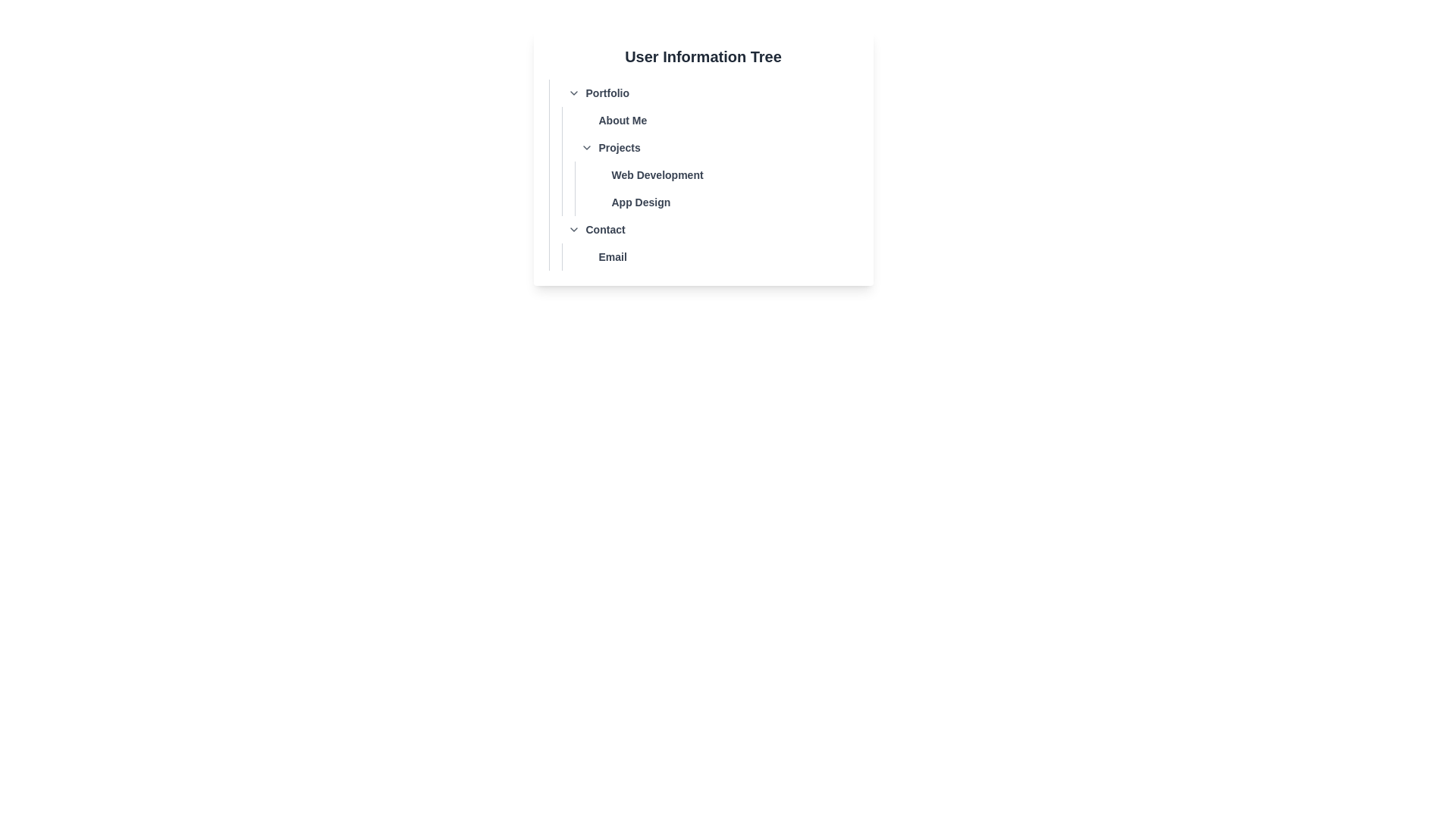 Image resolution: width=1456 pixels, height=819 pixels. I want to click on the 'About Me' navigation entry in the vertical navigation tree, so click(709, 119).